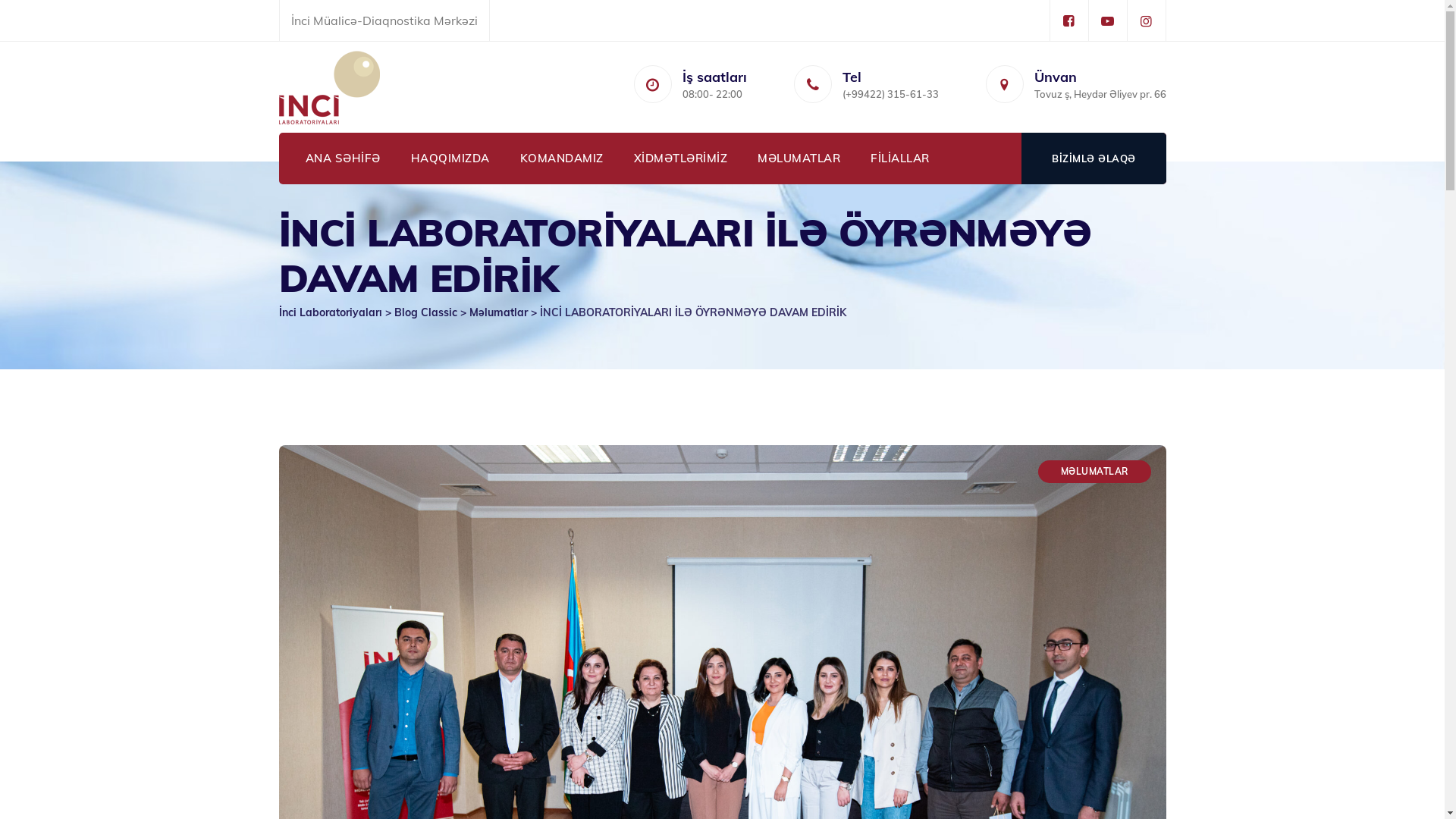  Describe the element at coordinates (450, 158) in the screenshot. I see `'HAQQIMIZDA'` at that location.